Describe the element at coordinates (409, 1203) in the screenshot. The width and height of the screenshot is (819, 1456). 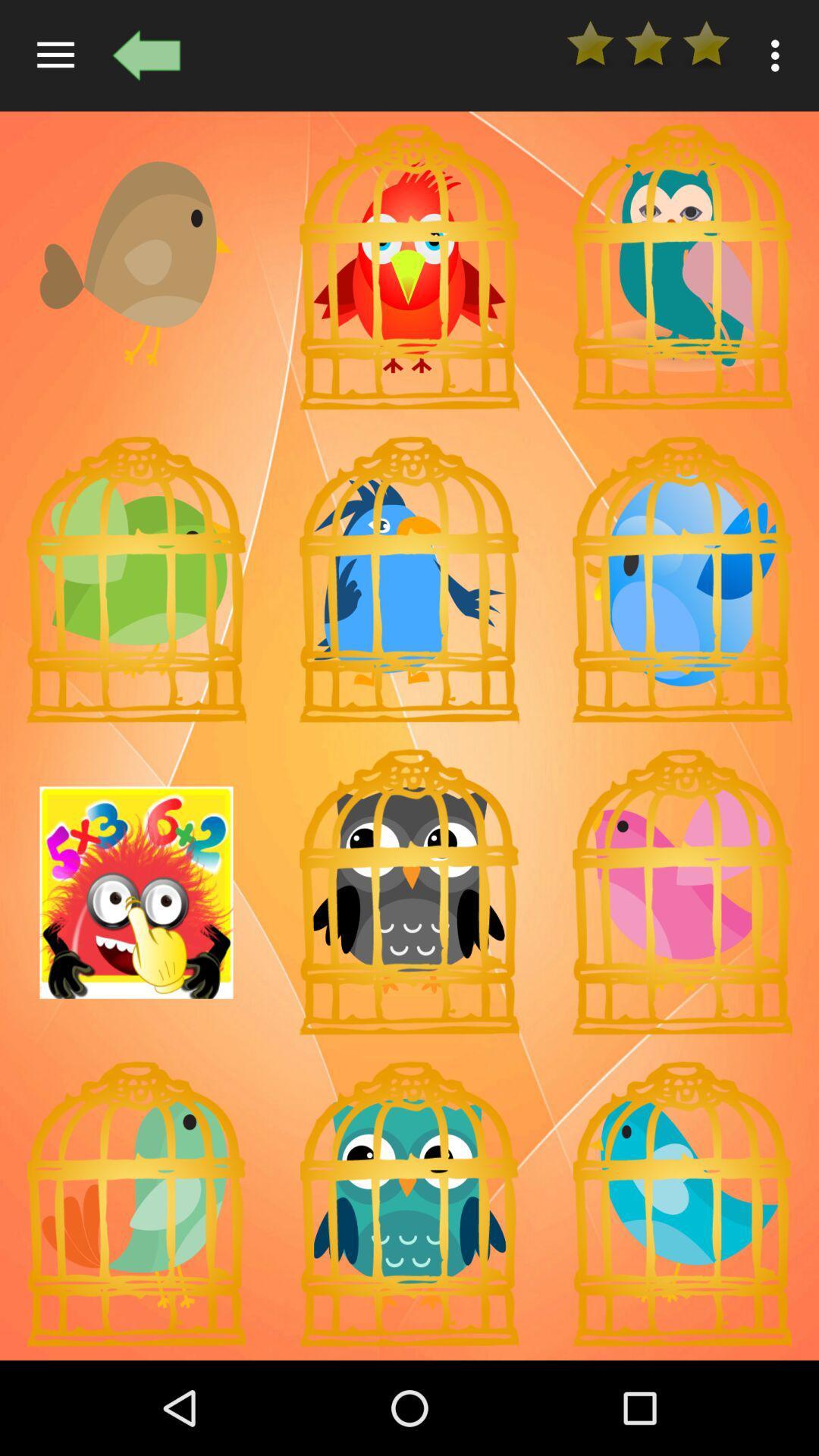
I see `parrot in cage` at that location.